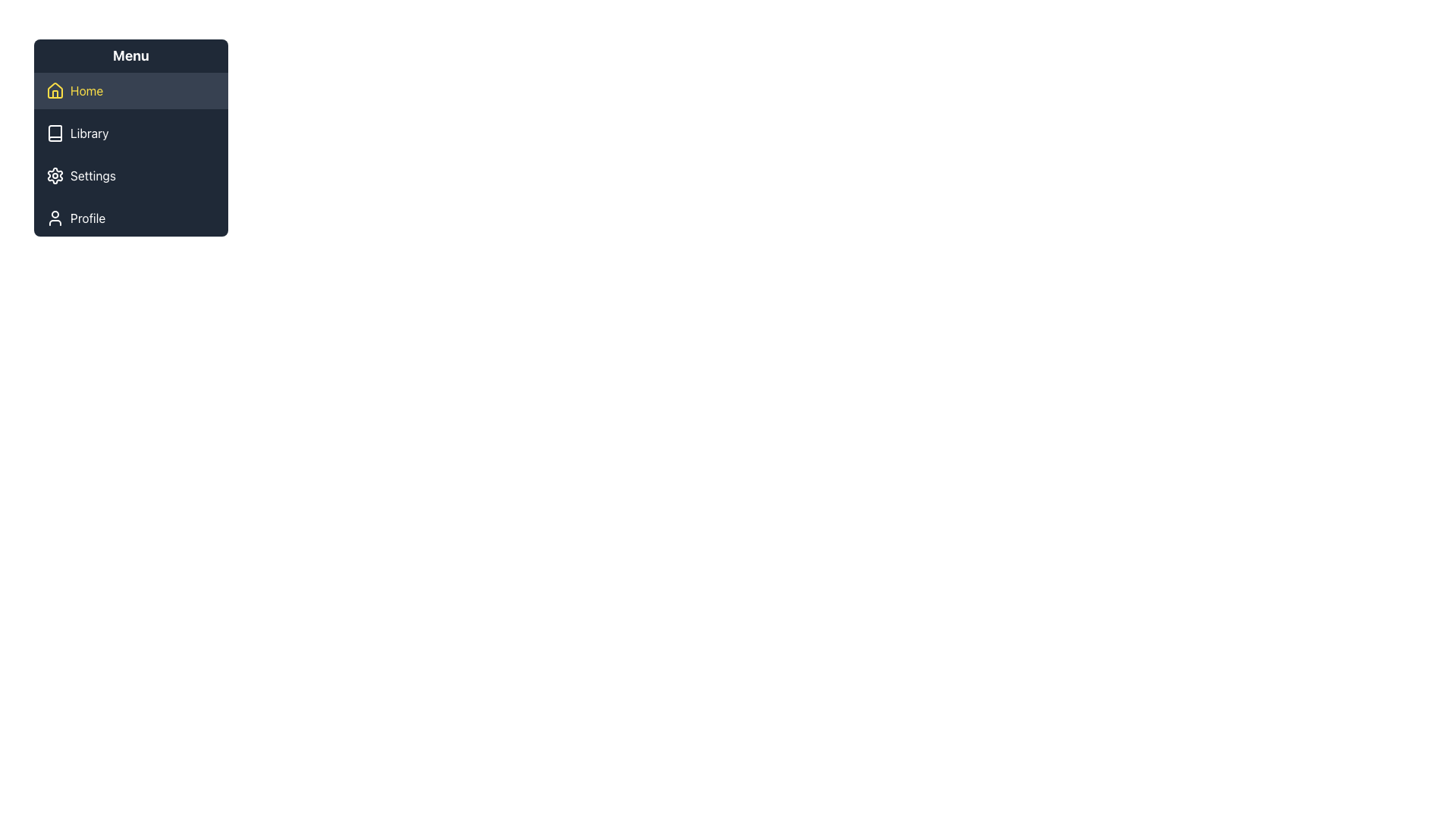 This screenshot has height=819, width=1456. I want to click on the book icon in the 'Library' menu item, which is styled as a line drawing in grayscale and positioned to the left of the 'Library' text label, so click(55, 133).